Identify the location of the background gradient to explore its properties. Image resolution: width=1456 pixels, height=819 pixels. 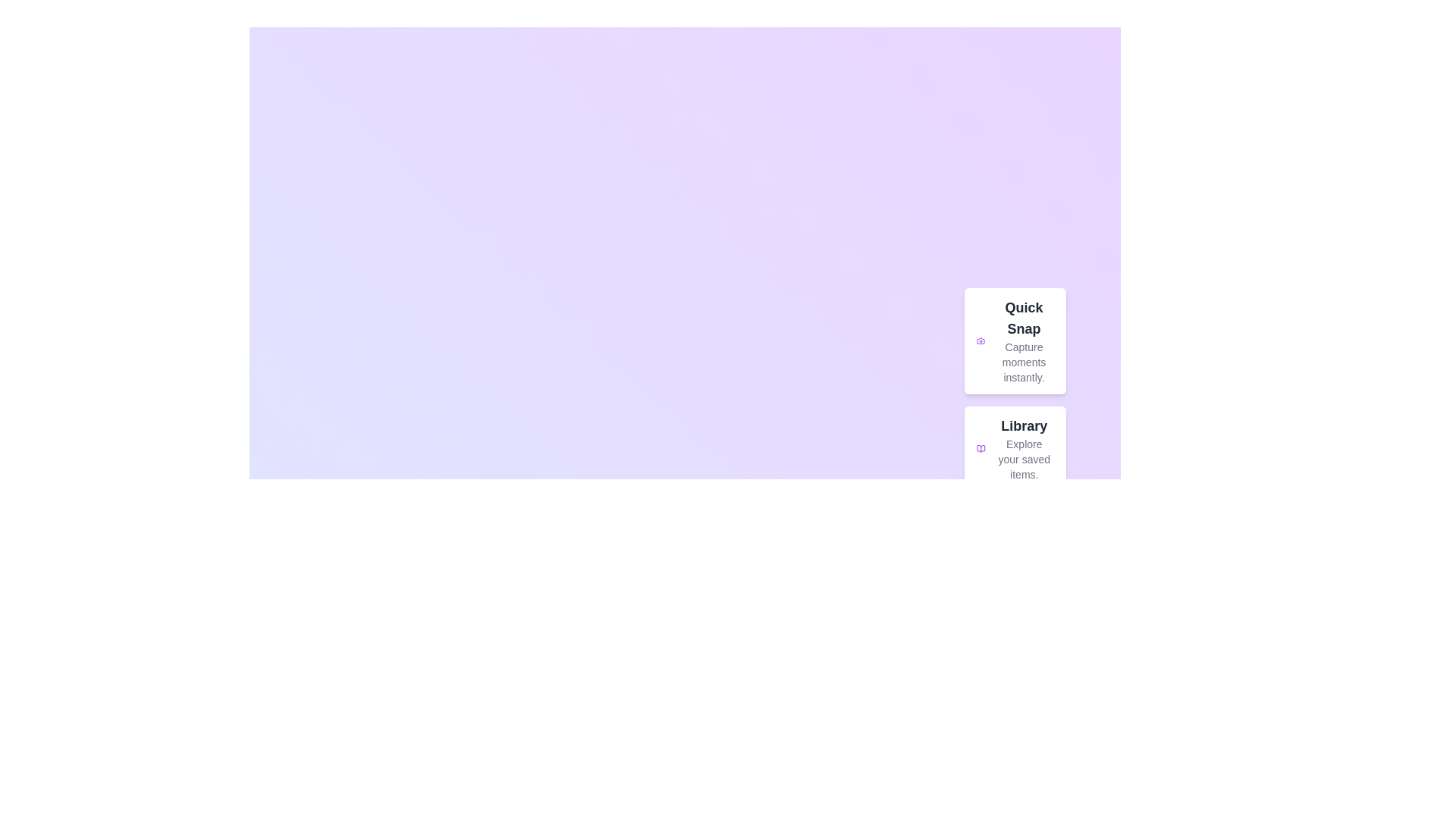
(582, 436).